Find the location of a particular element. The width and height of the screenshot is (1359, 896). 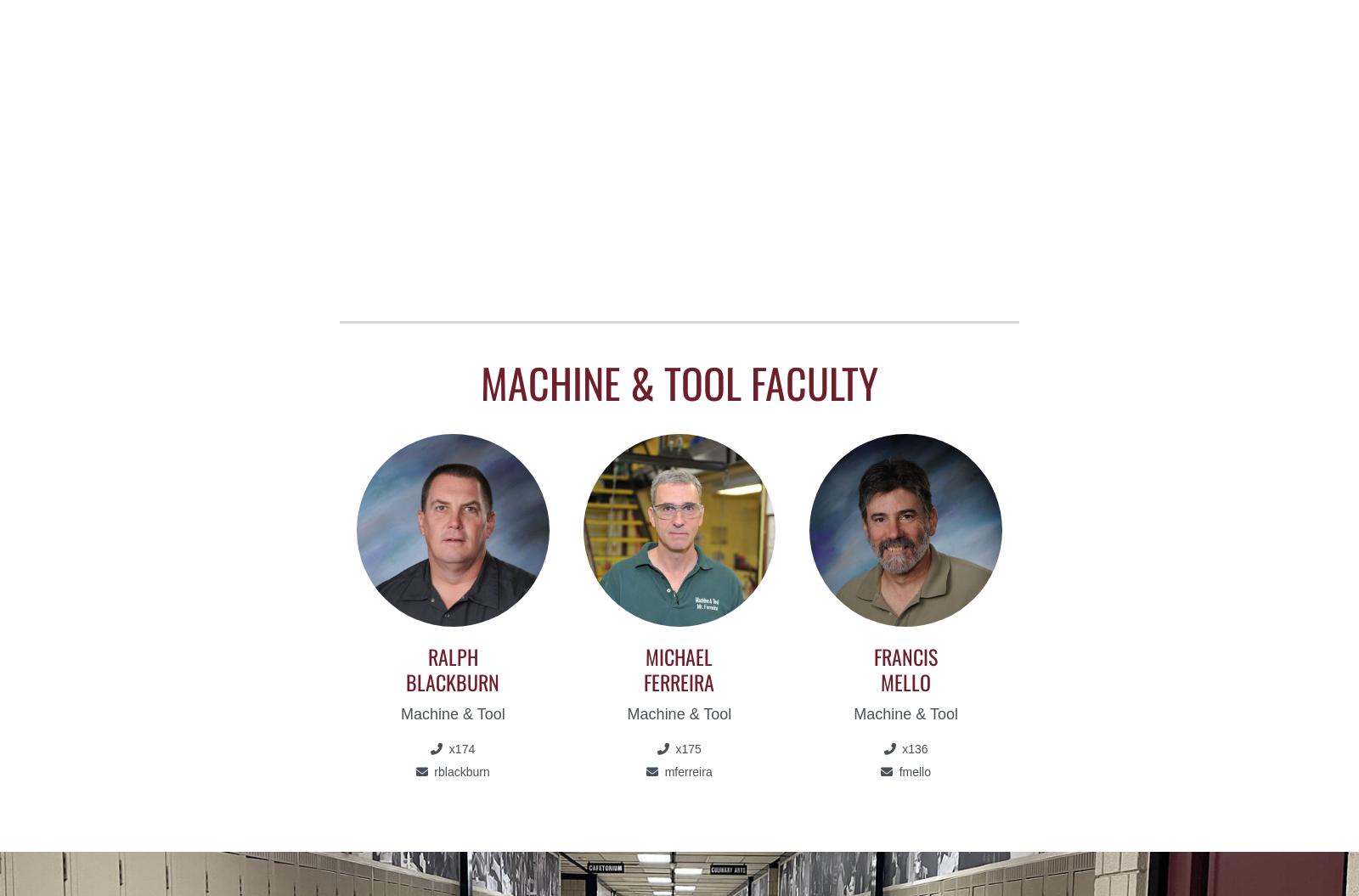

'x175' is located at coordinates (685, 747).